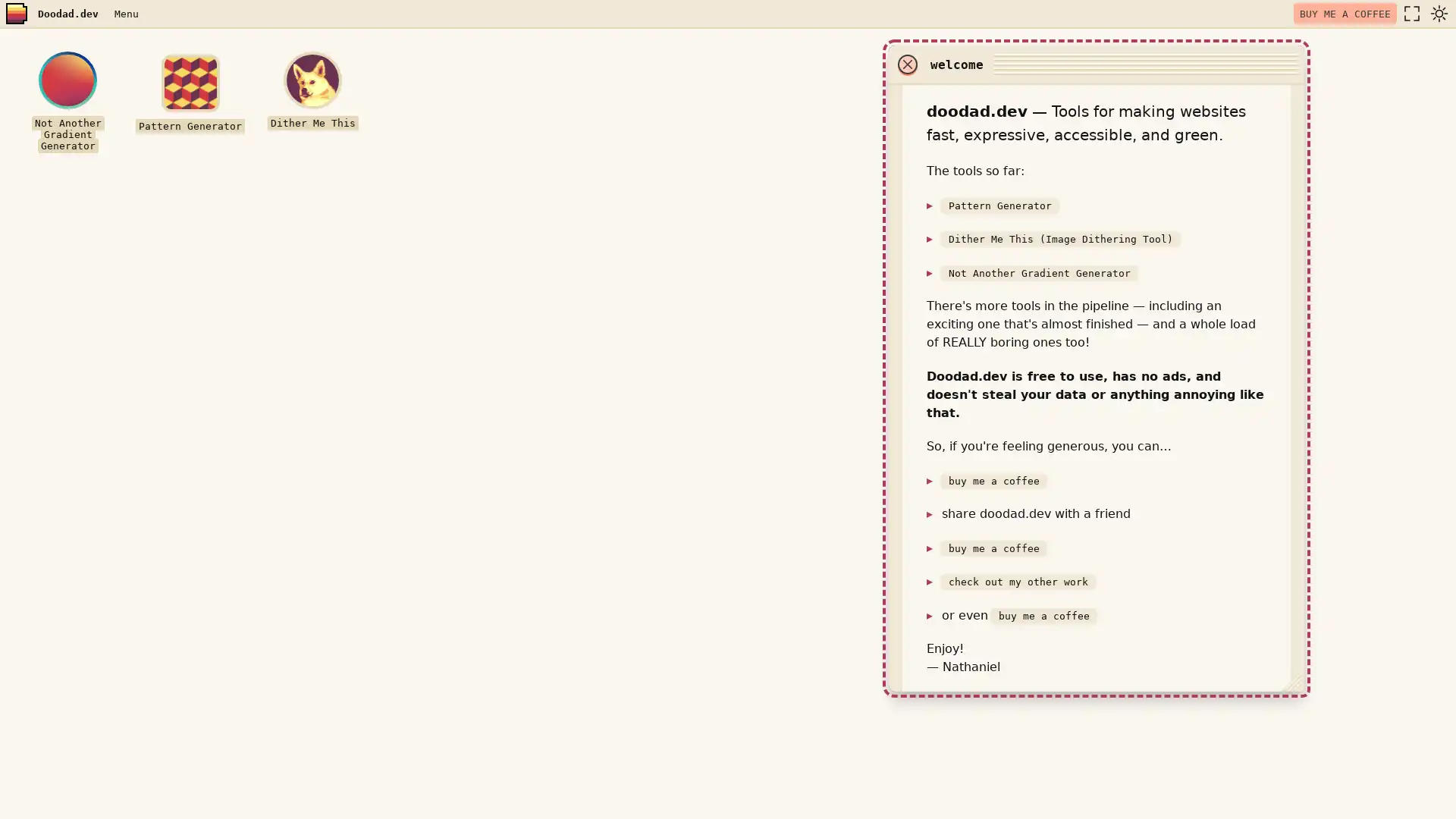  What do you see at coordinates (67, 14) in the screenshot?
I see `Doodad.dev` at bounding box center [67, 14].